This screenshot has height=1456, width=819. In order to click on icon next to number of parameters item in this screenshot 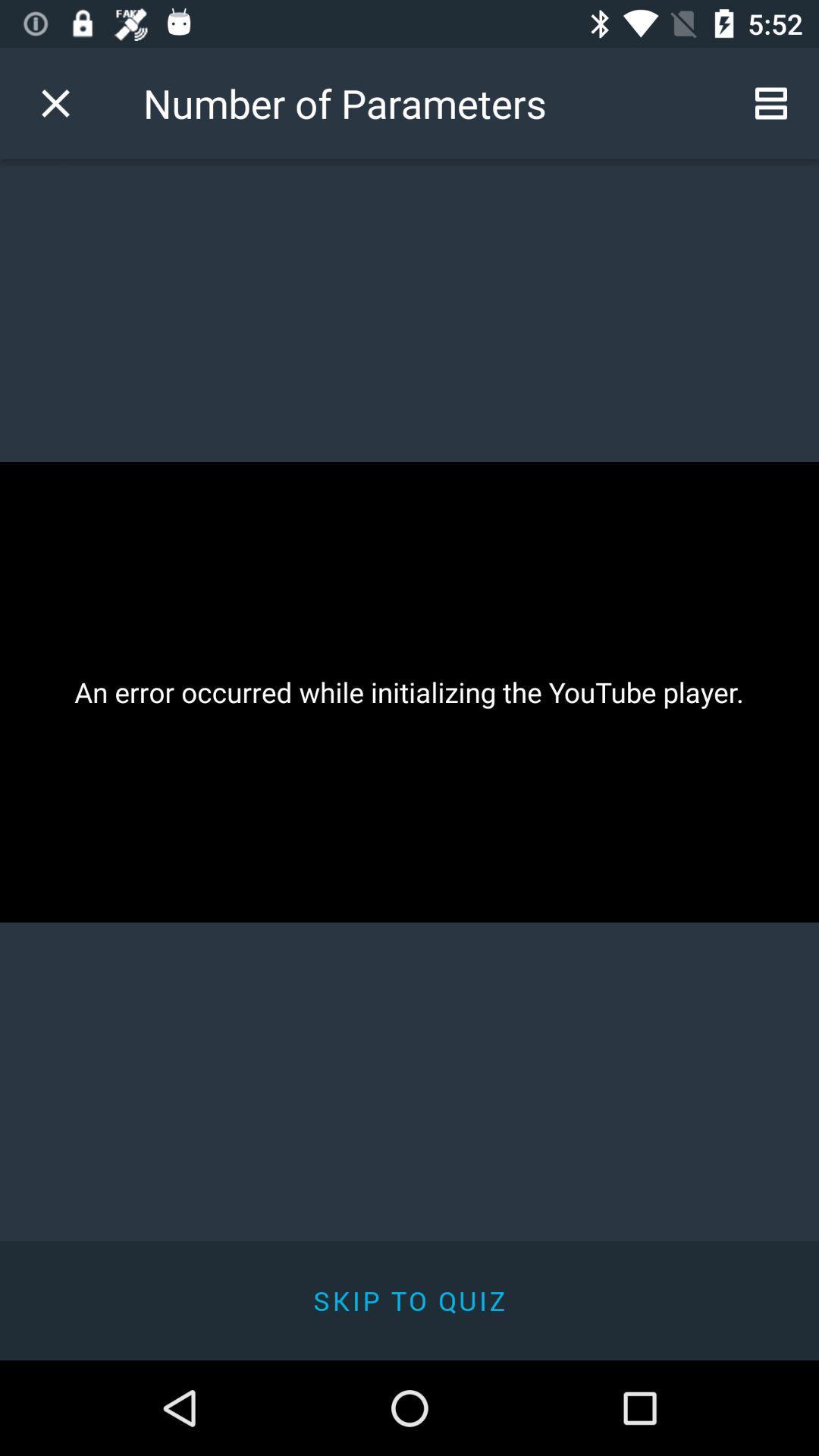, I will do `click(55, 102)`.